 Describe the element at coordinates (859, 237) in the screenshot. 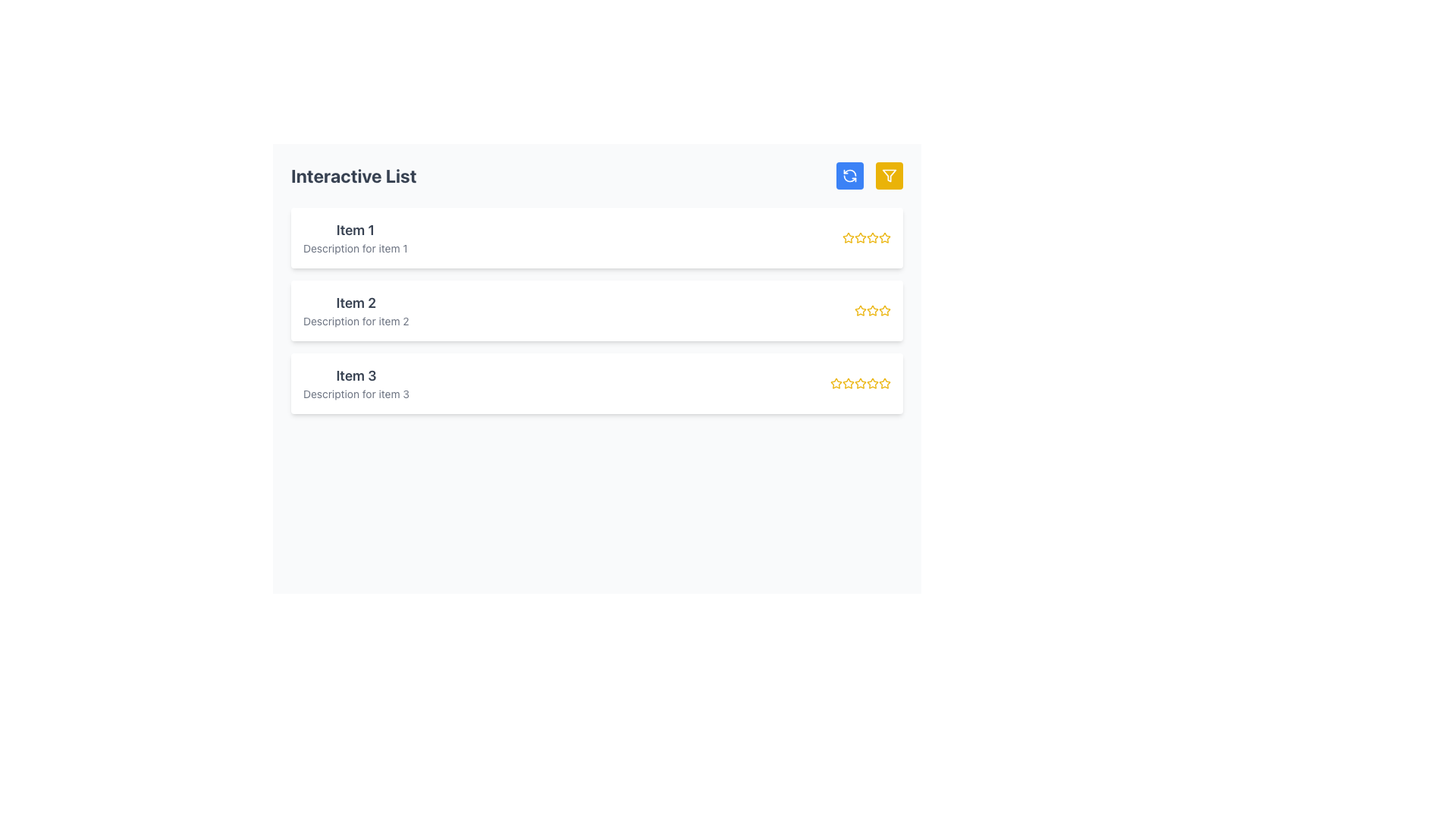

I see `the first star icon in the row of five rating stars located to the right of the text 'Item 1' to provide a rating` at that location.